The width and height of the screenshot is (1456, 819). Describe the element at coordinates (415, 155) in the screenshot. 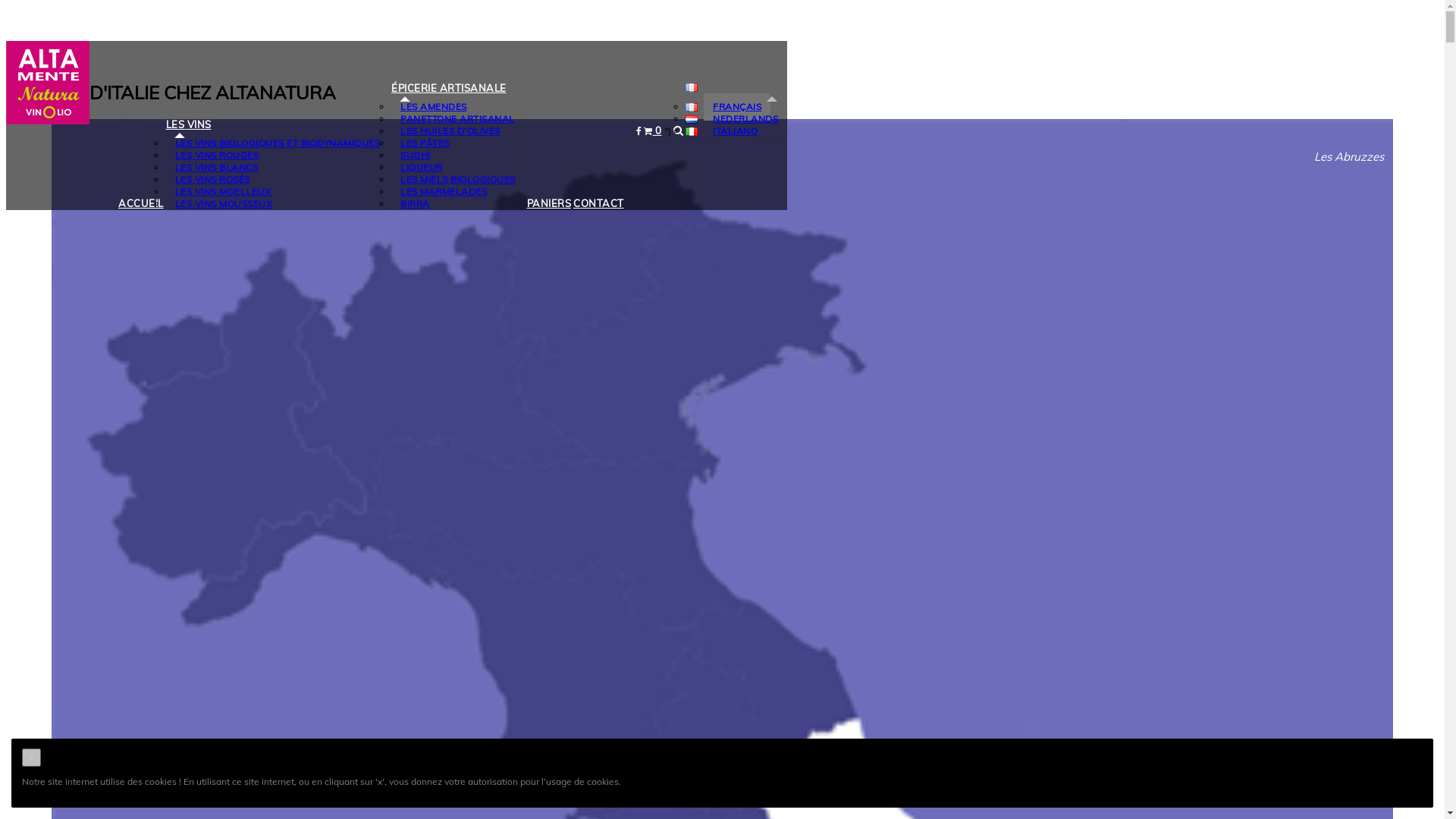

I see `'SUGHI'` at that location.